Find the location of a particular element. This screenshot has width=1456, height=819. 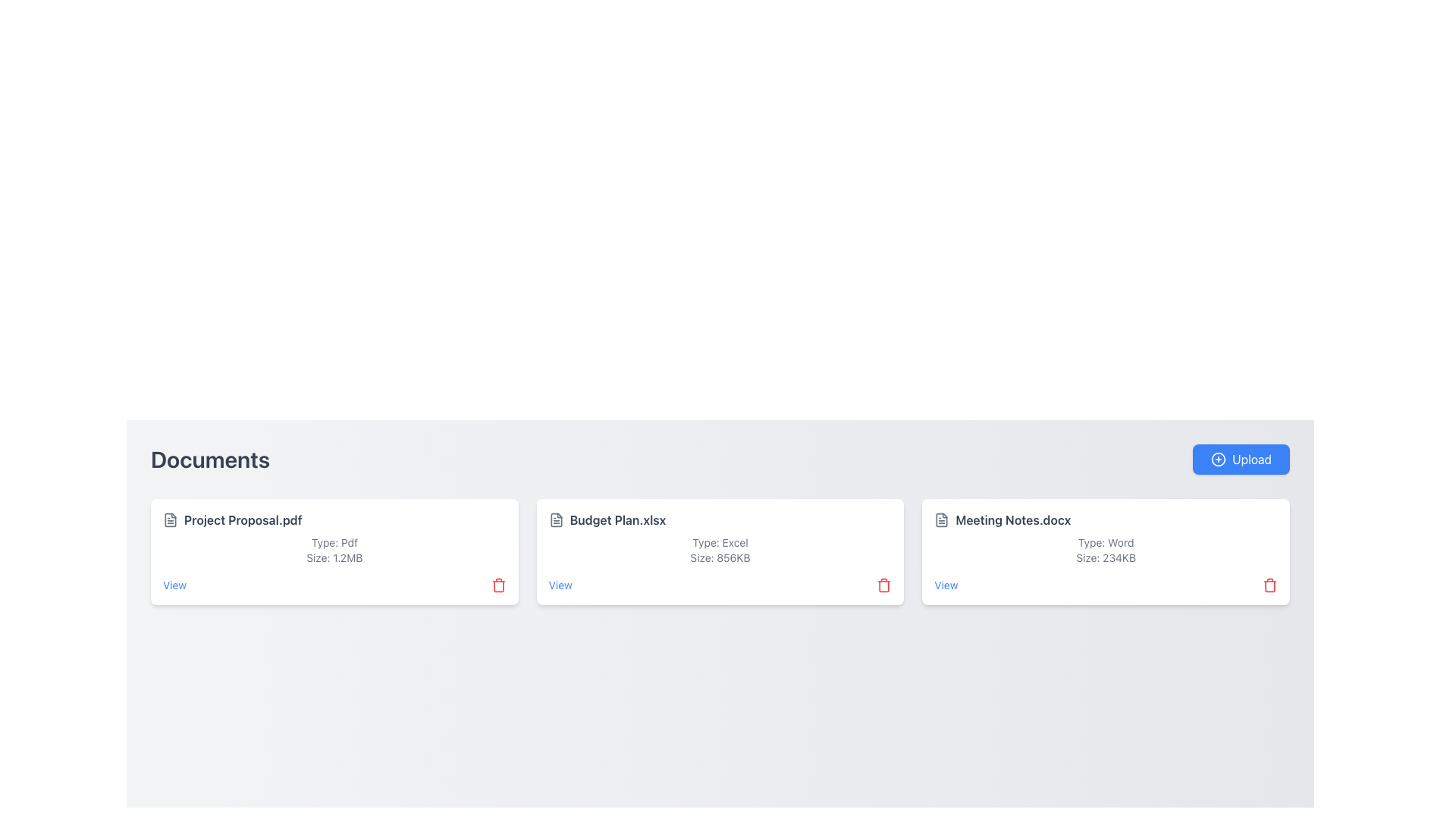

the text label displaying 'Size: 234KB' located below the 'Type: Word' text within the entry for 'Meeting Notes.docx' in the rightmost card is located at coordinates (1106, 558).